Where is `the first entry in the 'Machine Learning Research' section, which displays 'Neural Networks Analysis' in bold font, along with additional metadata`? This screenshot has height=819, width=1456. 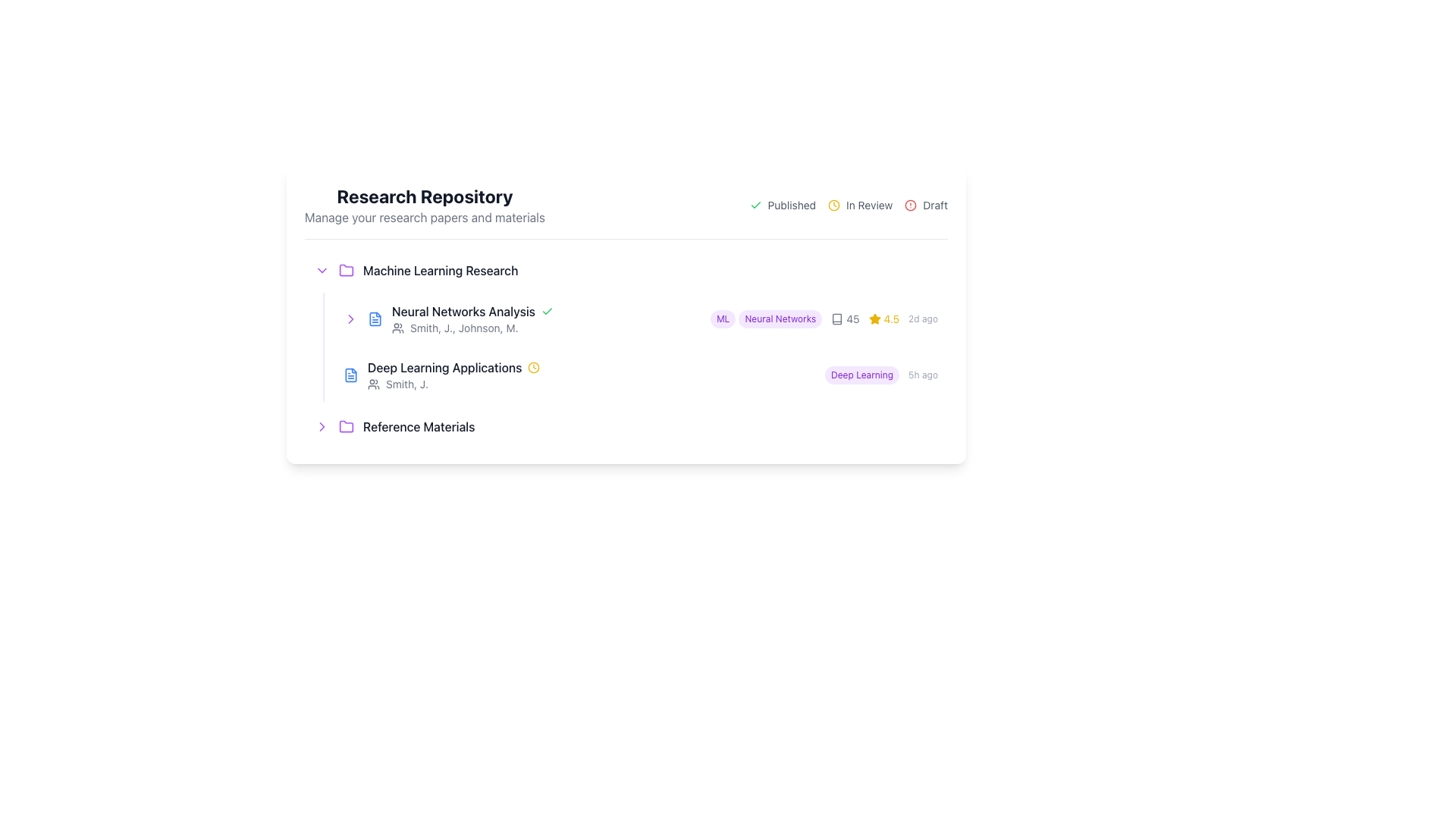 the first entry in the 'Machine Learning Research' section, which displays 'Neural Networks Analysis' in bold font, along with additional metadata is located at coordinates (640, 318).